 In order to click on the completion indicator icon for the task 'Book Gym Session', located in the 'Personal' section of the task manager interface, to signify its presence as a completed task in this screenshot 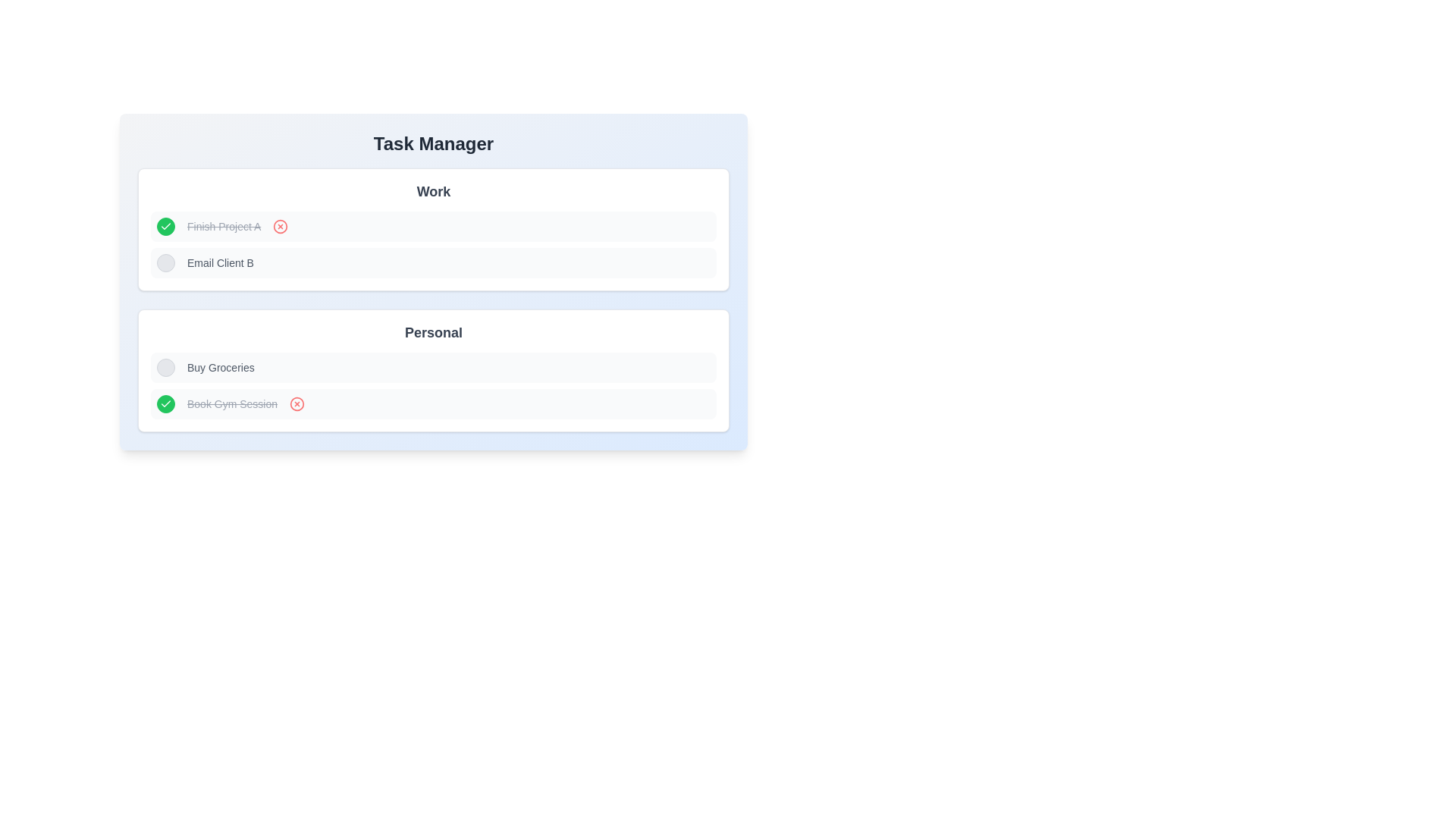, I will do `click(166, 227)`.